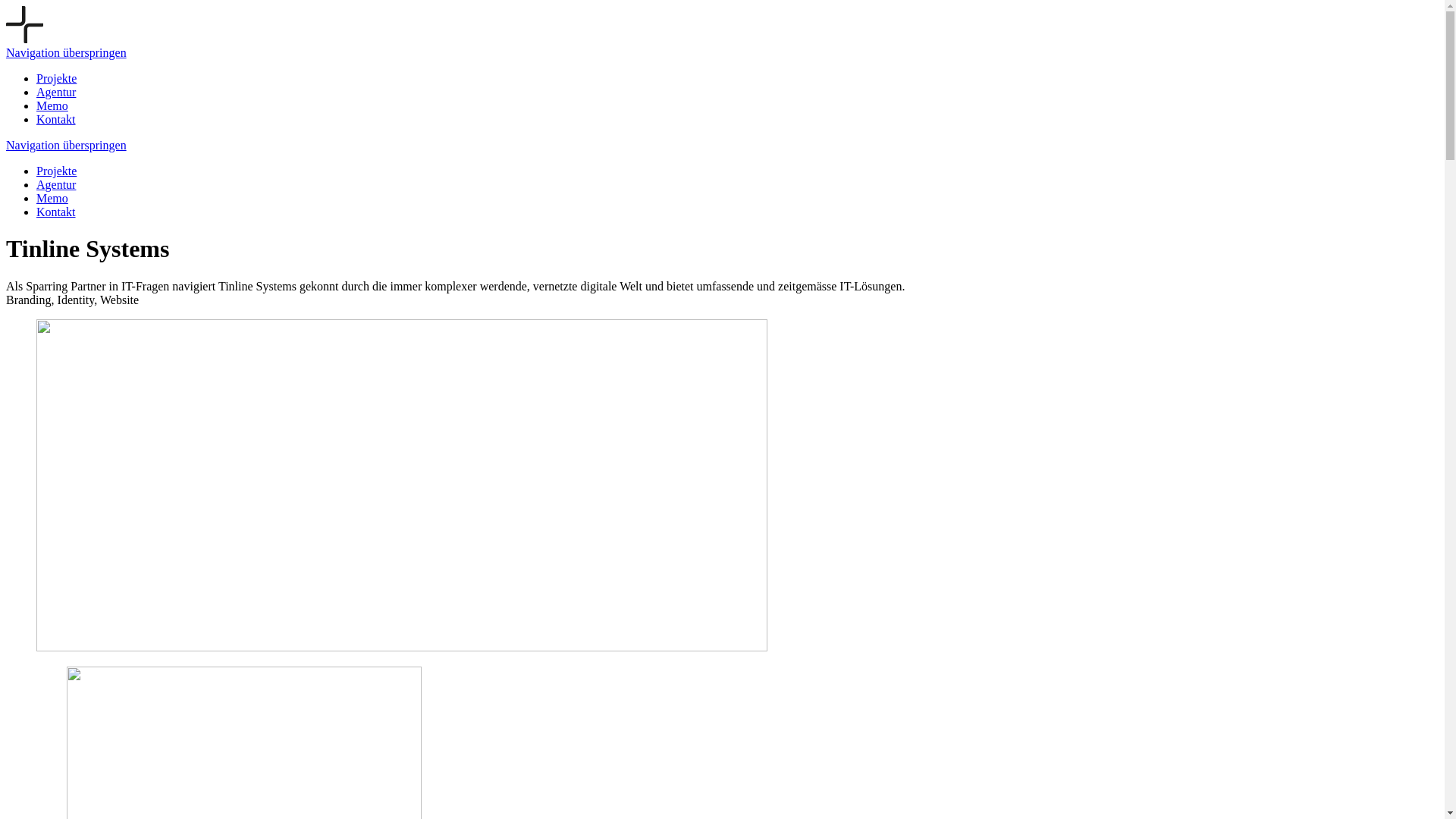  I want to click on 'Kontakt', so click(55, 212).